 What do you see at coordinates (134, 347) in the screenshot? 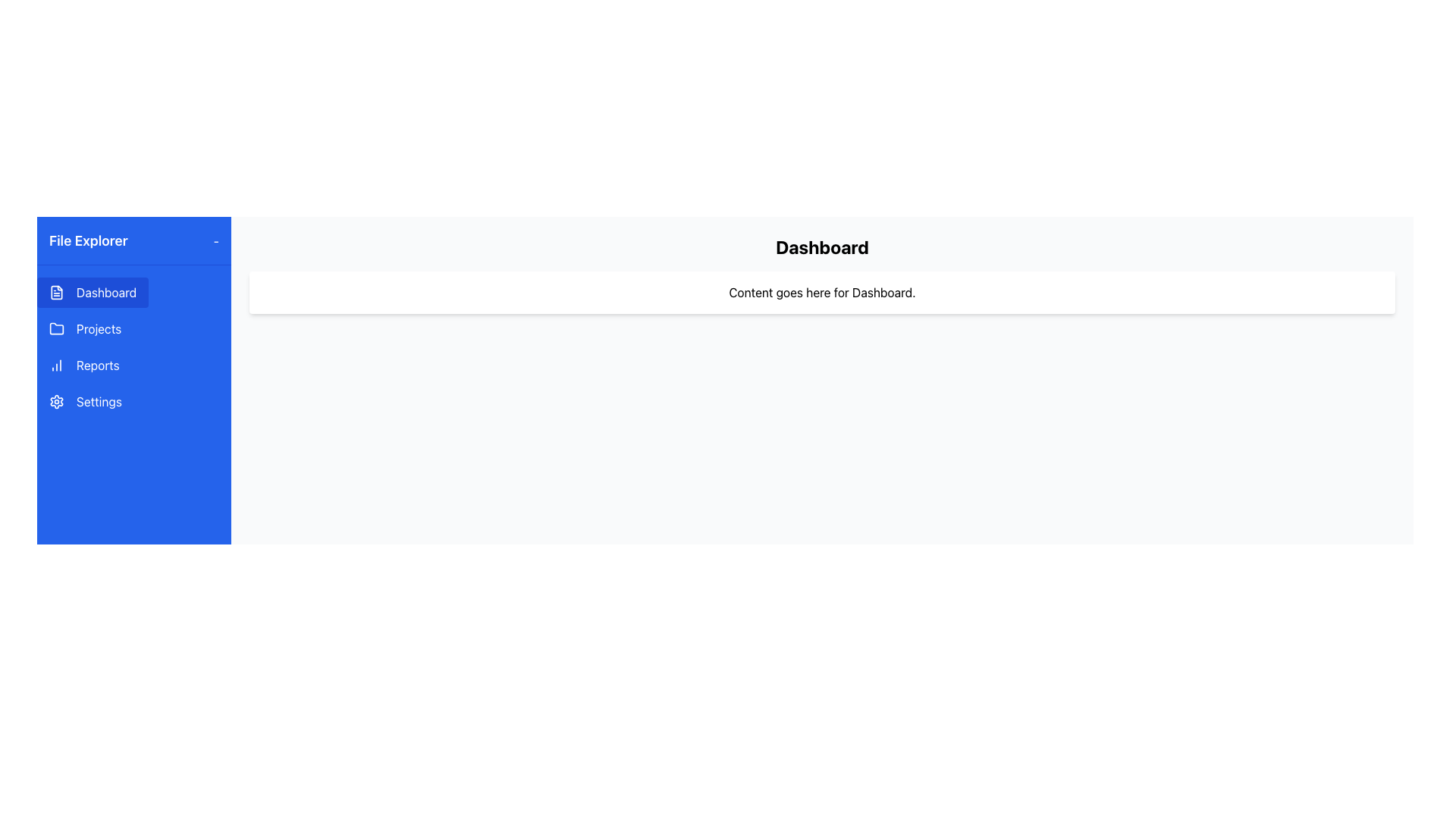
I see `the 'Reports' button in the blue sidebar menu` at bounding box center [134, 347].